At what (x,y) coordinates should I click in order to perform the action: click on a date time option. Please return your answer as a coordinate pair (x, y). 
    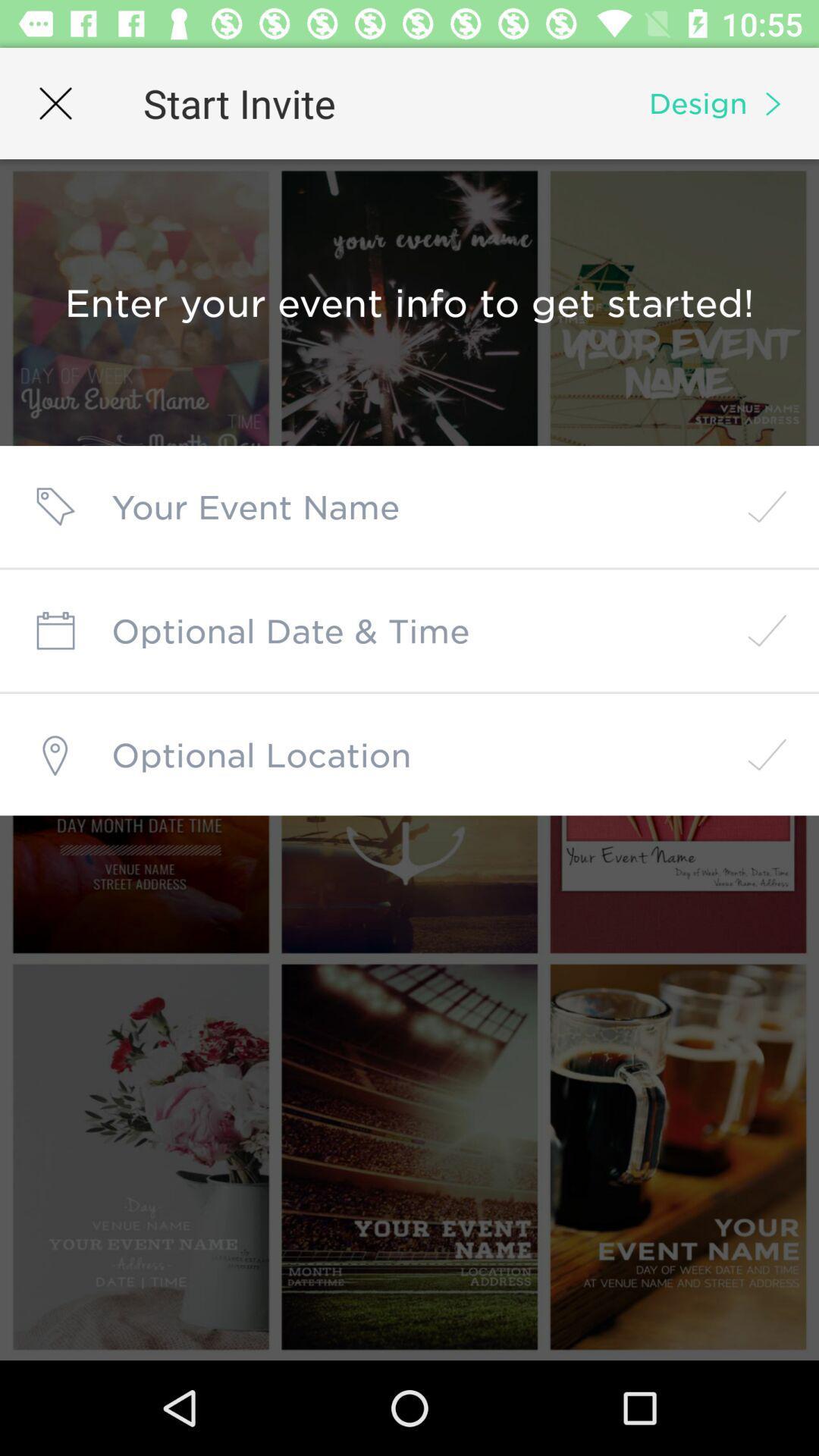
    Looking at the image, I should click on (409, 630).